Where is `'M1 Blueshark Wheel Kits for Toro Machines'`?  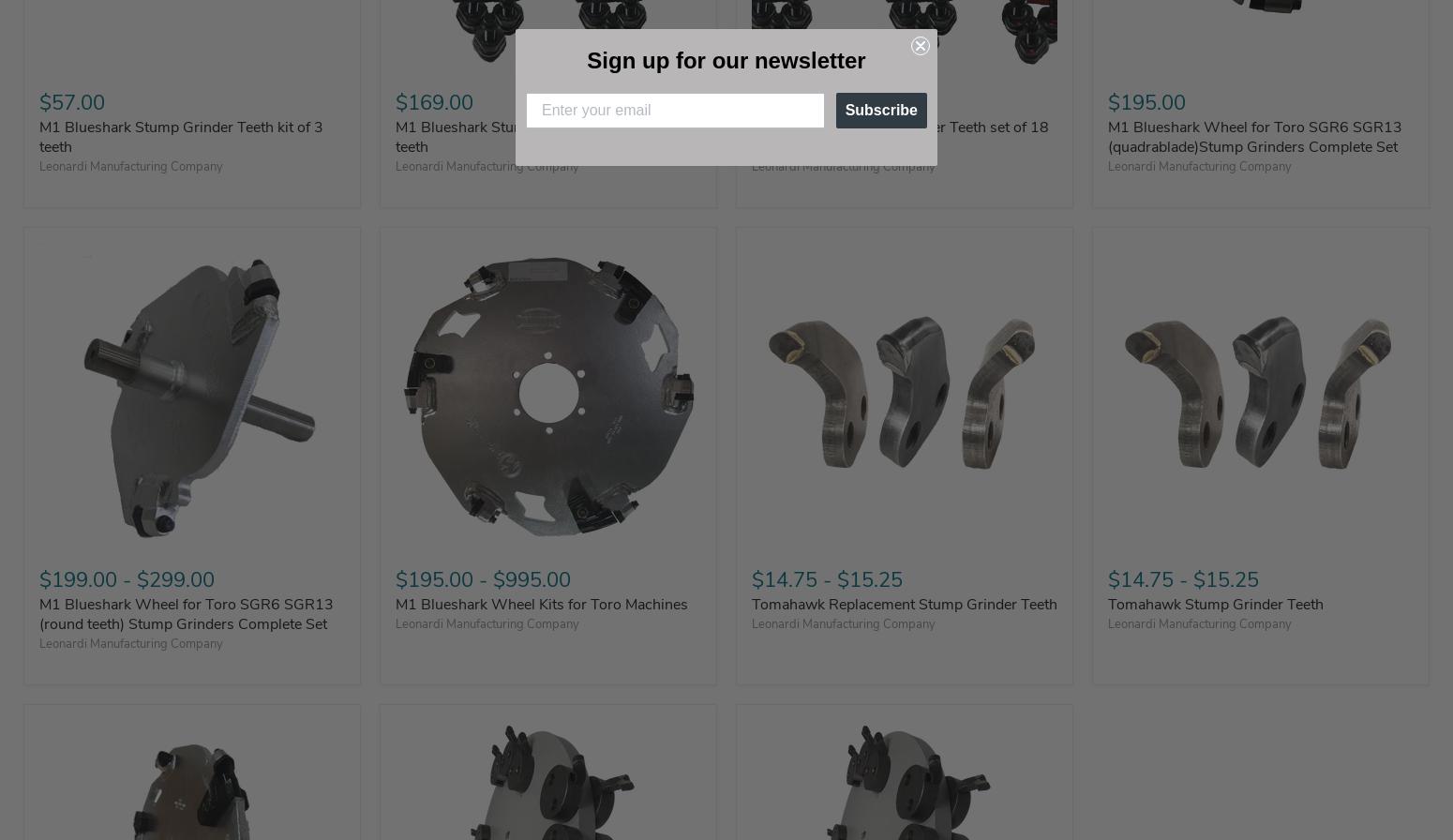
'M1 Blueshark Wheel Kits for Toro Machines' is located at coordinates (541, 604).